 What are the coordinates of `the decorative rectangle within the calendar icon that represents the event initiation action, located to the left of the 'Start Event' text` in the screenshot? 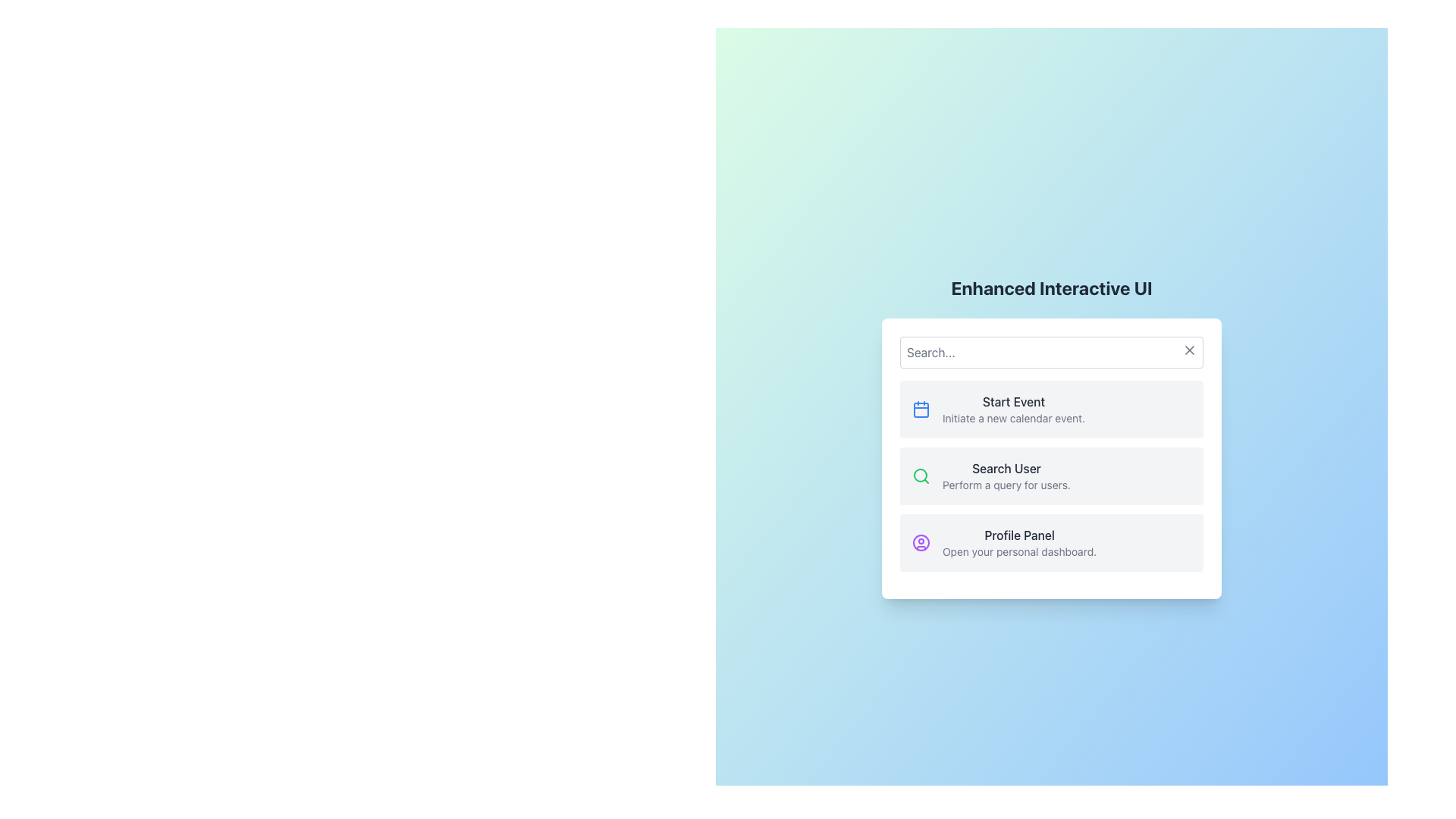 It's located at (920, 409).